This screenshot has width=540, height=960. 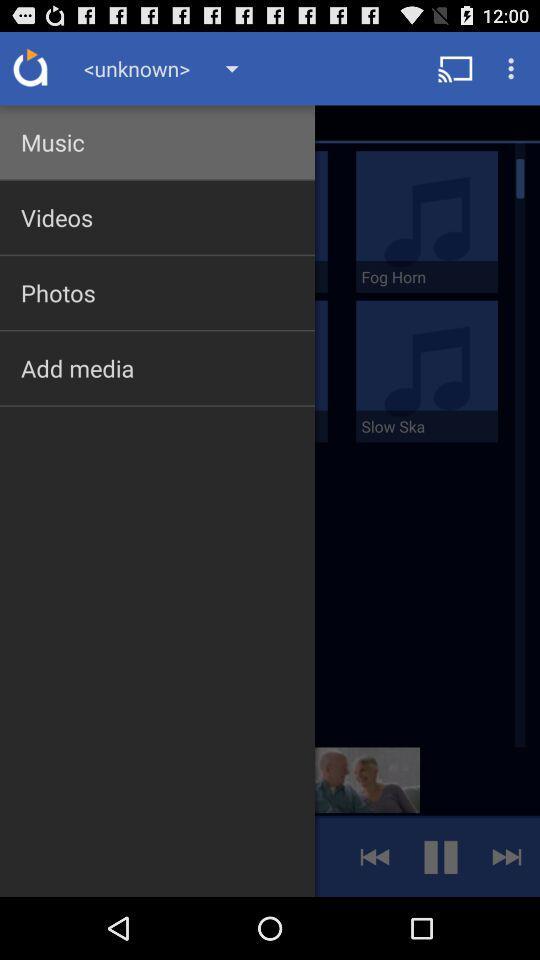 What do you see at coordinates (507, 917) in the screenshot?
I see `the skip_next icon` at bounding box center [507, 917].